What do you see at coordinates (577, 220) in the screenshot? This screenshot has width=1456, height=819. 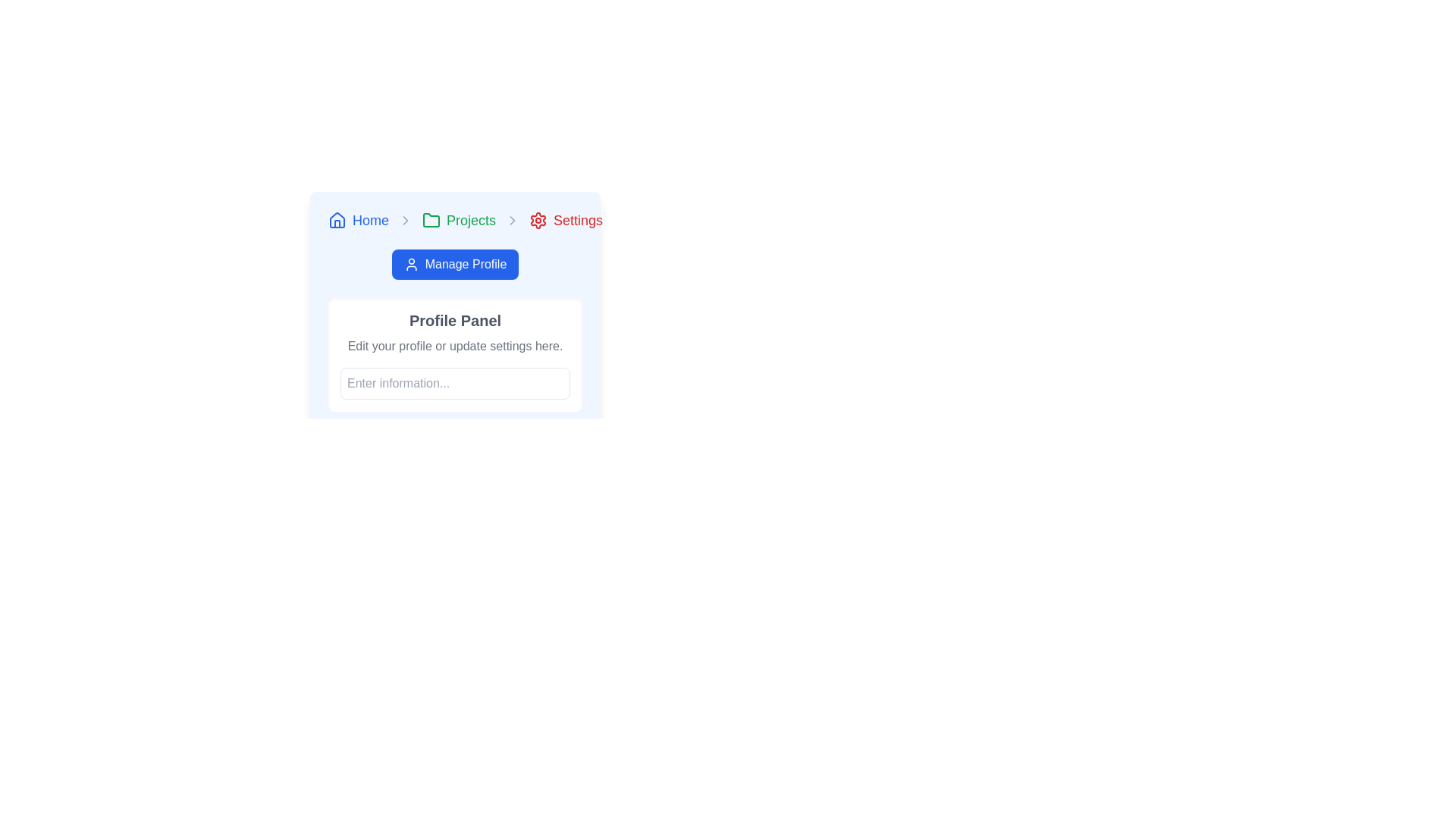 I see `the red text label reading 'Settings' located next to the gear icon` at bounding box center [577, 220].